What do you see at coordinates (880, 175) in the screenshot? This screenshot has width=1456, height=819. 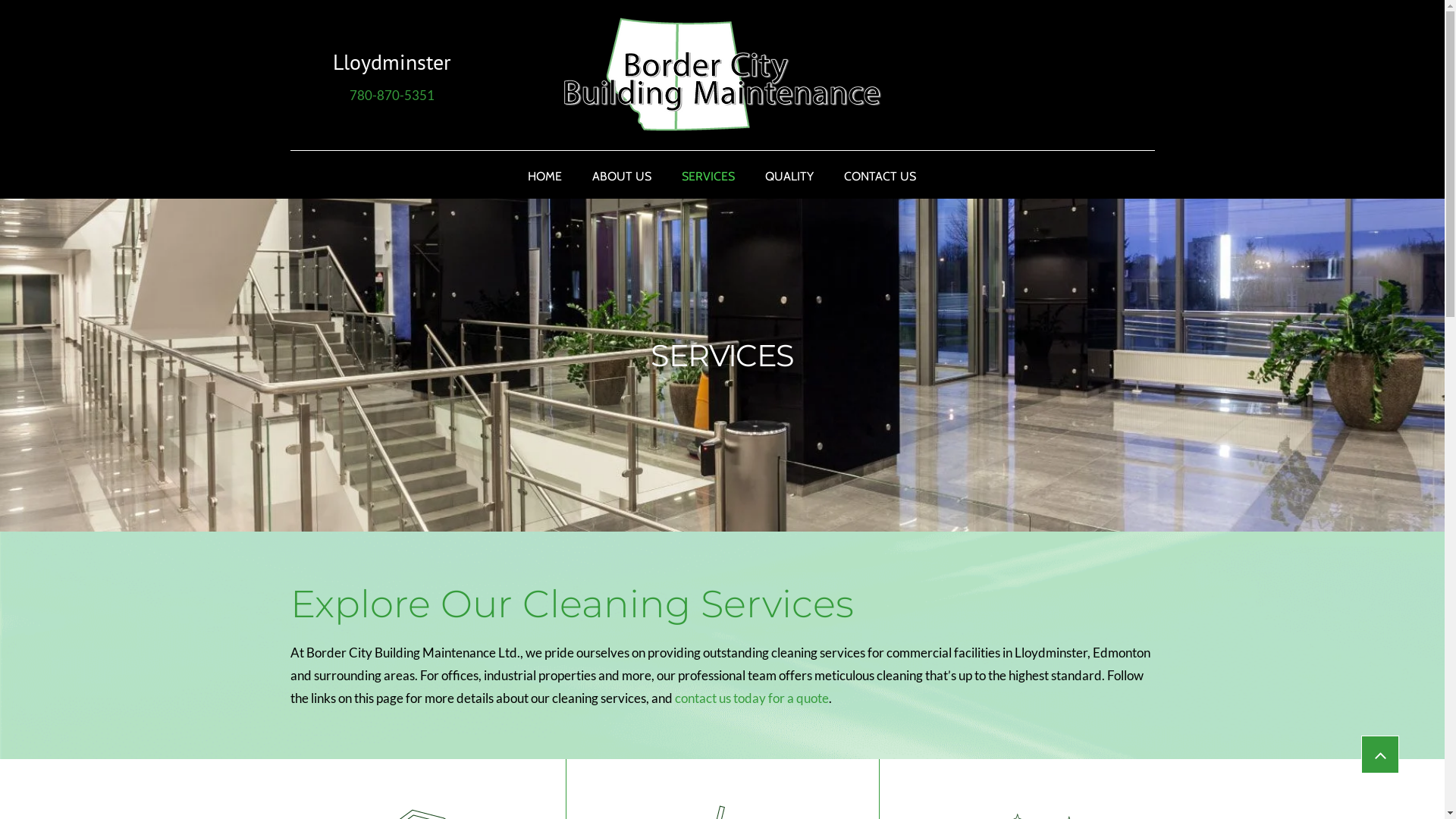 I see `'CONTACT US'` at bounding box center [880, 175].